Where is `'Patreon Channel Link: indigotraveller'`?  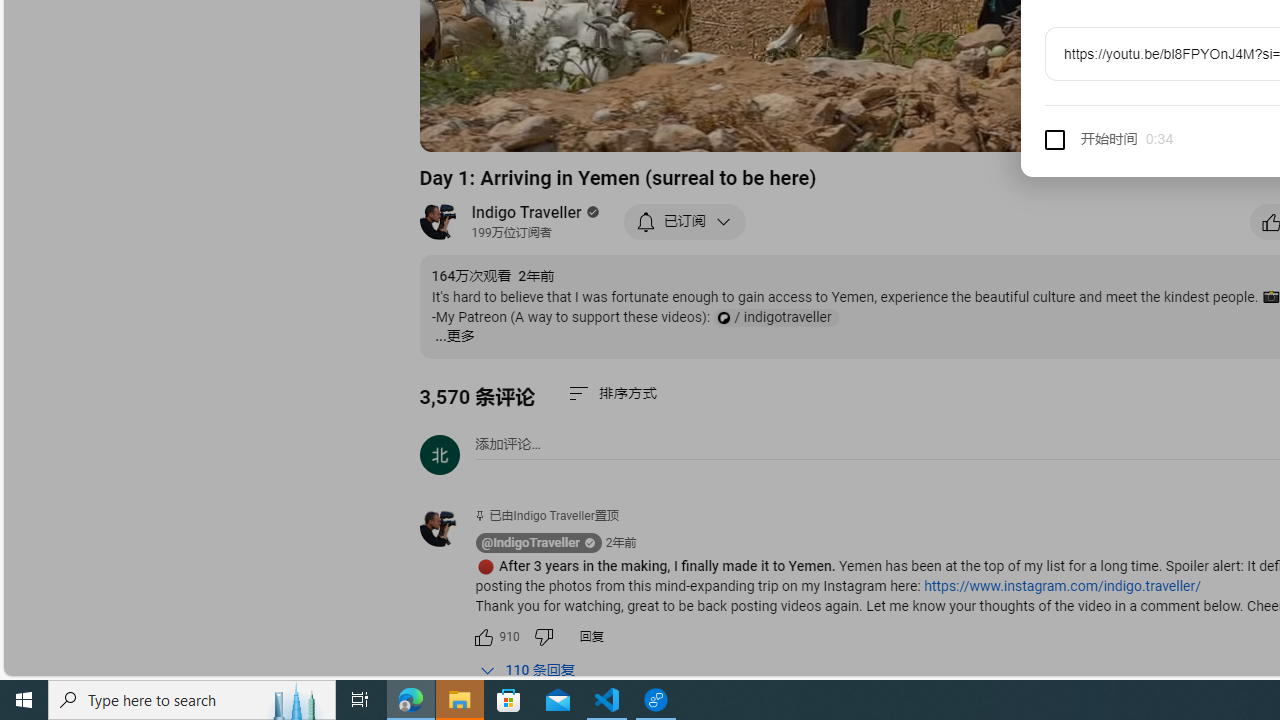 'Patreon Channel Link: indigotraveller' is located at coordinates (774, 317).